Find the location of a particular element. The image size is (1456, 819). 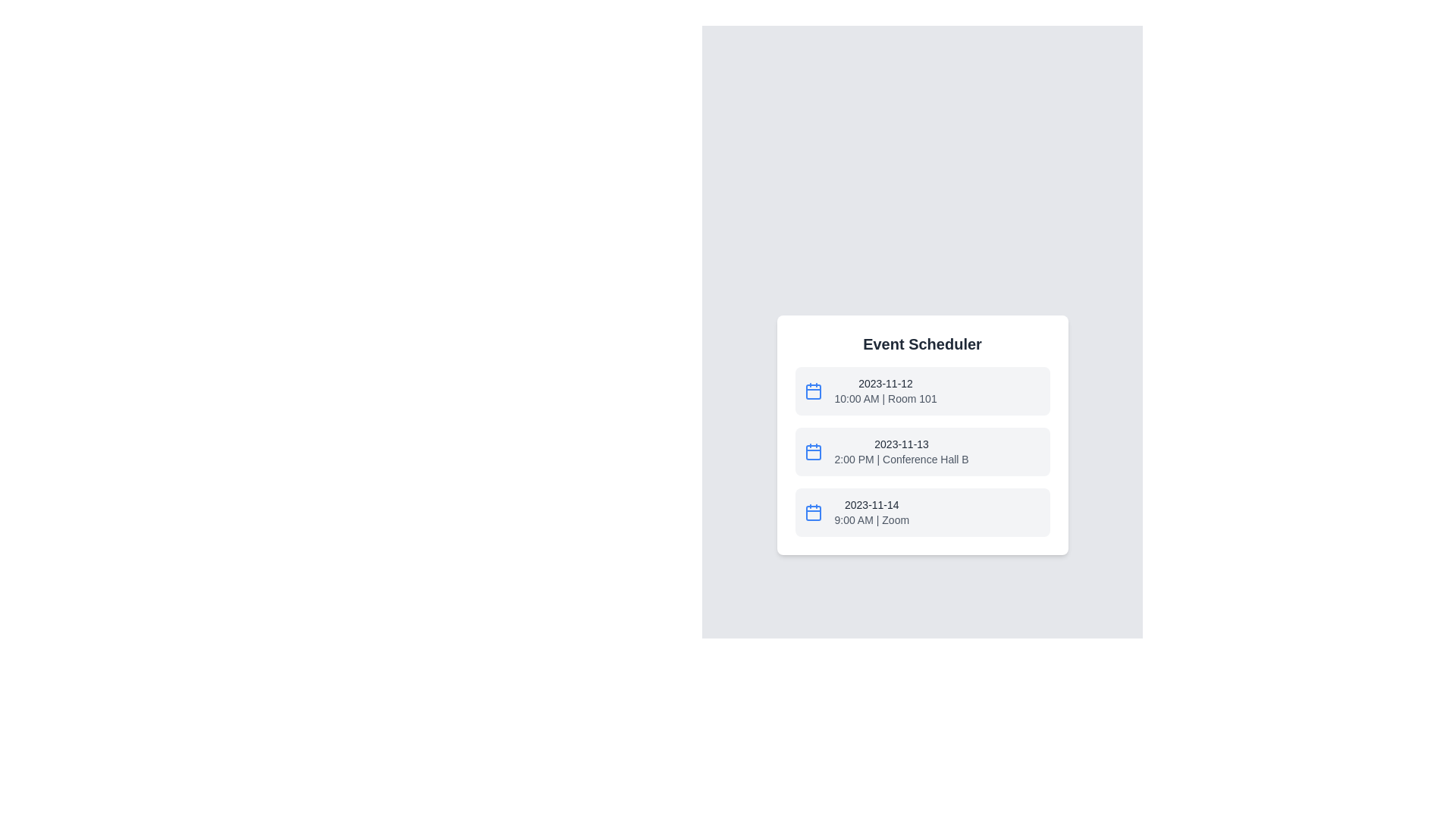

the calendar icon constituent (SVG shape) located at the left-hand side of the first listing row in a vertical list, which visually conveys a calendar-like style is located at coordinates (812, 391).